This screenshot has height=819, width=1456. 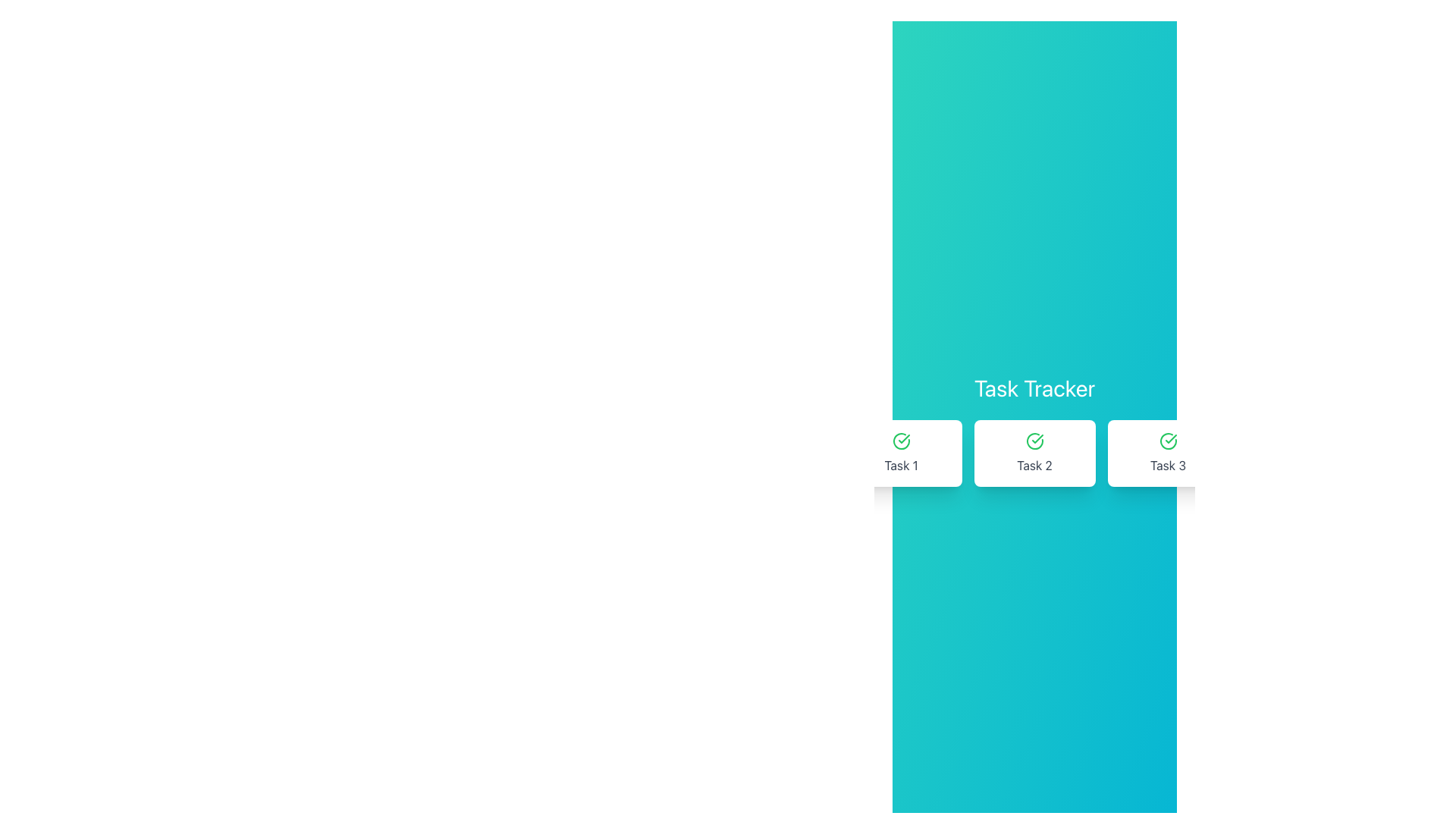 What do you see at coordinates (1034, 441) in the screenshot?
I see `the green circular icon with a checkmark inside, which indicates task completion, located above and centered relative to the text 'Task 2'` at bounding box center [1034, 441].